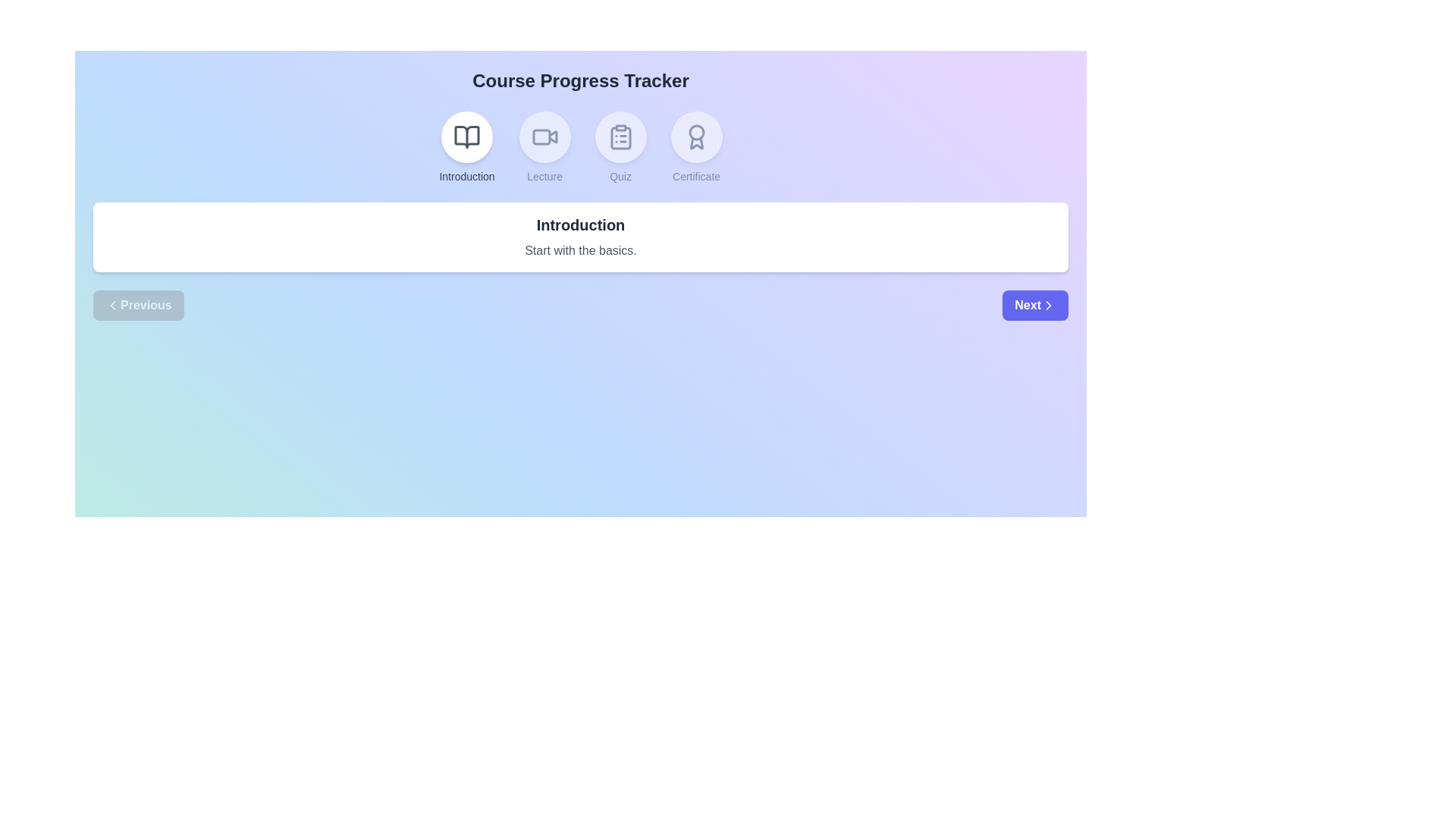  I want to click on the 'Next' button to navigate to the next step, so click(1034, 305).